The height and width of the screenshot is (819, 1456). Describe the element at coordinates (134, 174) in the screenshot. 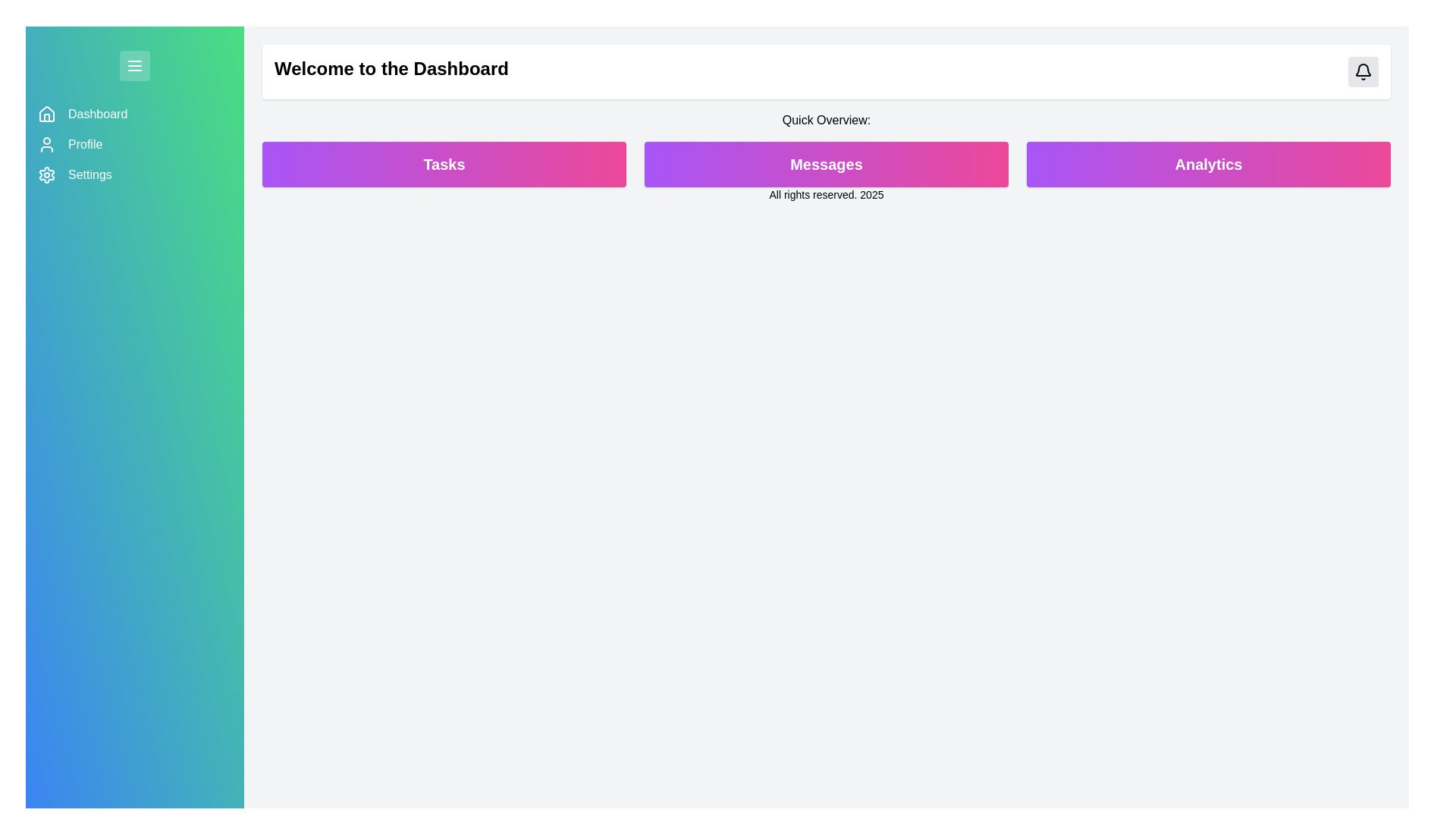

I see `the navigation link in the sidebar menu, positioned directly below the 'Profile' item` at that location.